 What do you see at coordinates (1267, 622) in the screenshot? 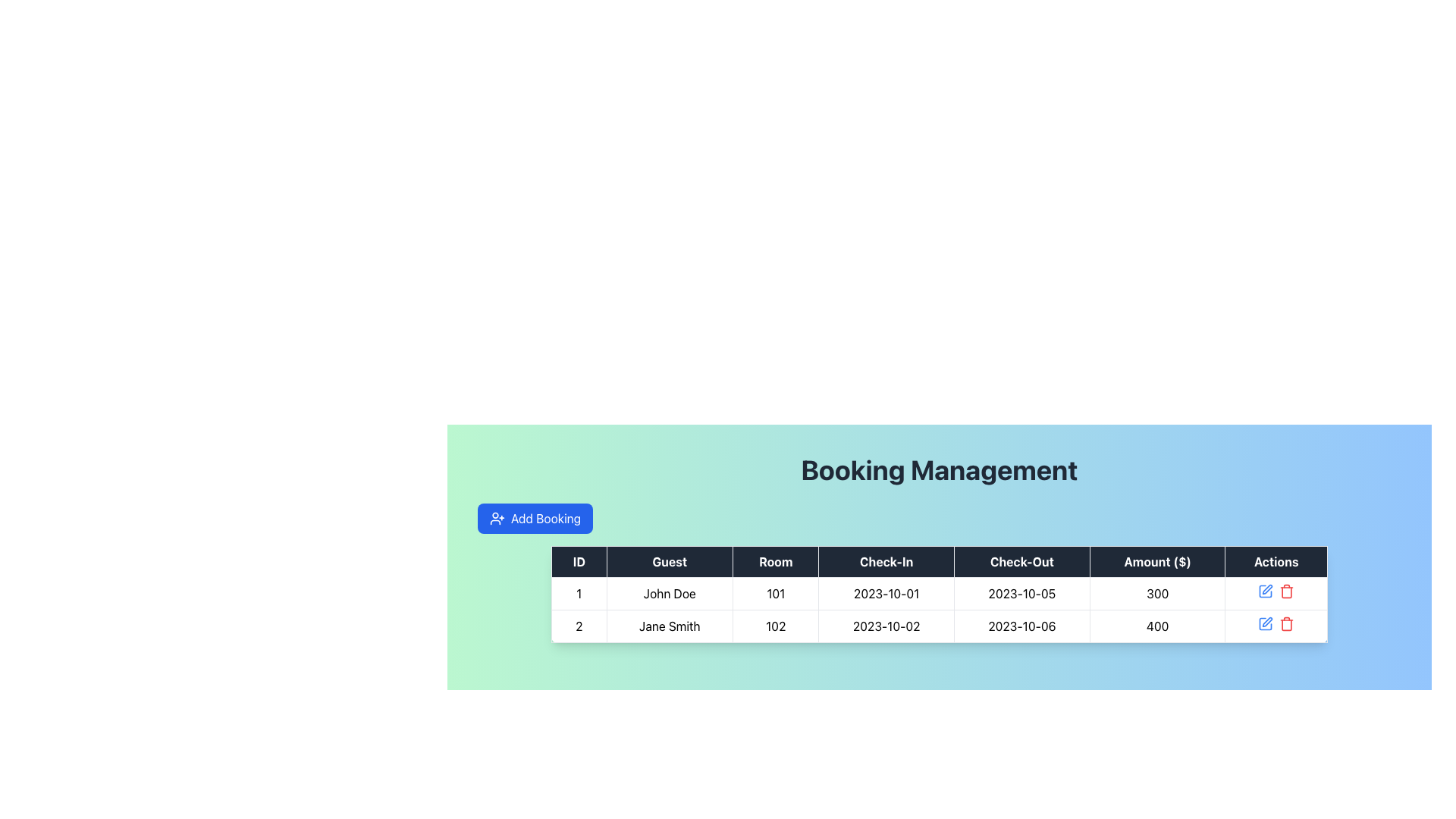
I see `the Edit icon button located in the Actions column for the table row corresponding to Jane Smith to initiate editing of the row's data` at bounding box center [1267, 622].